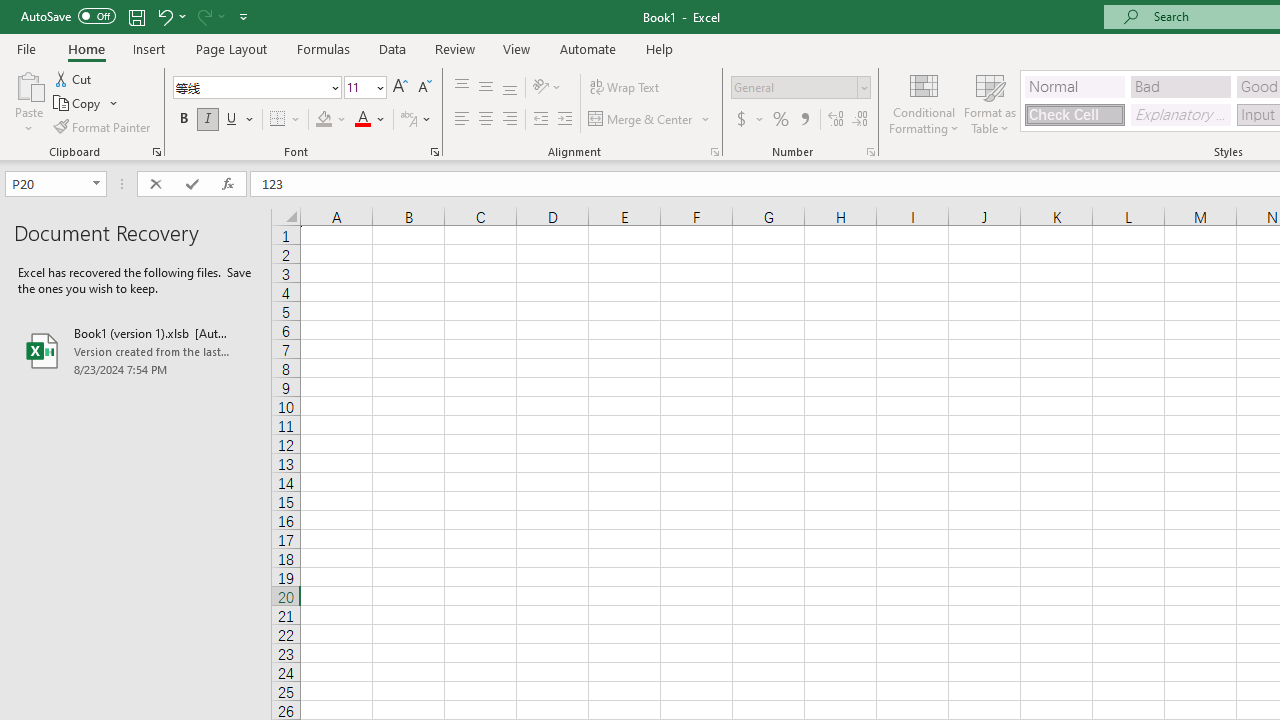 This screenshot has height=720, width=1280. I want to click on 'Copy', so click(85, 103).